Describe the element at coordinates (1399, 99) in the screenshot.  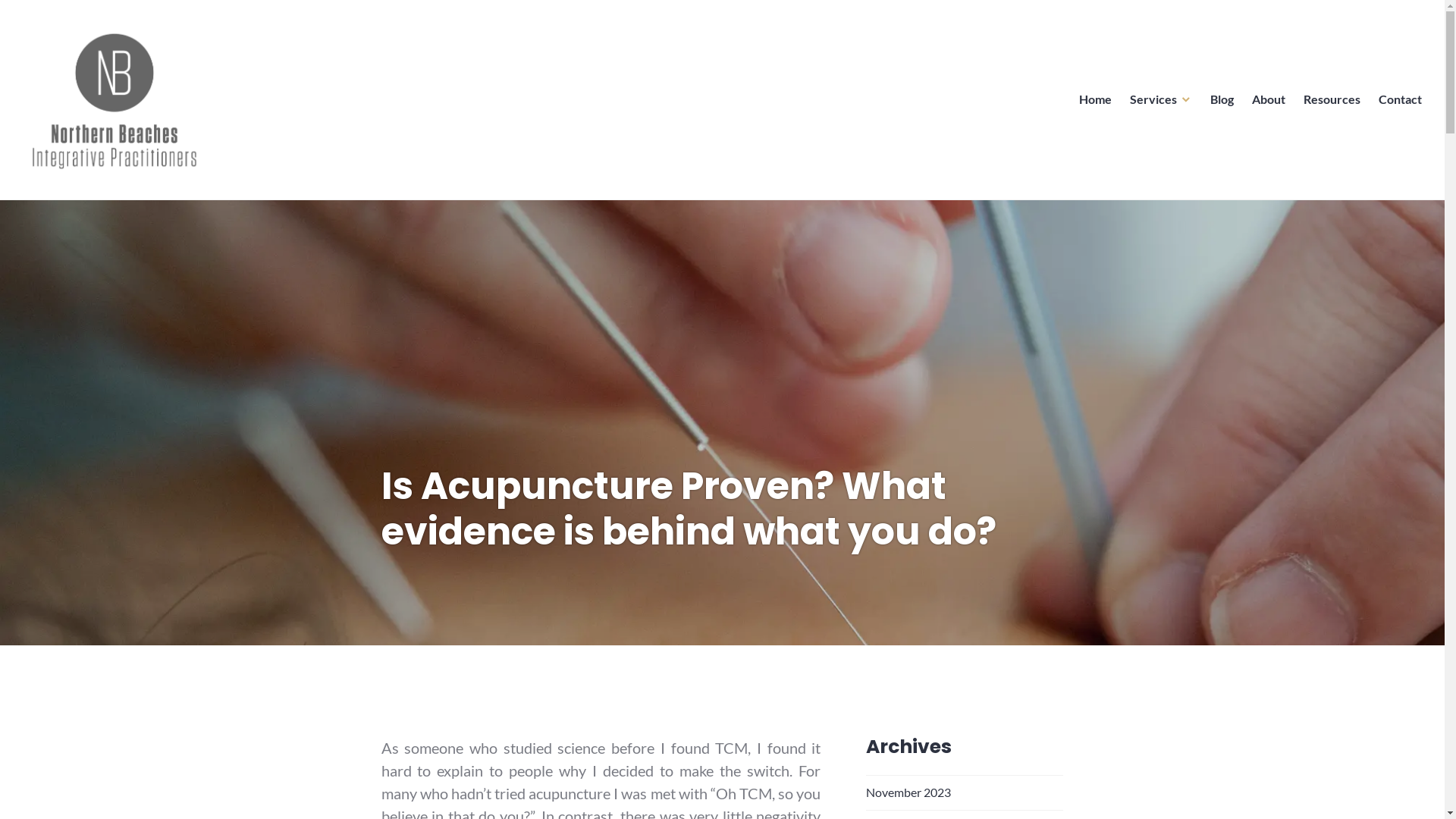
I see `'Contact'` at that location.